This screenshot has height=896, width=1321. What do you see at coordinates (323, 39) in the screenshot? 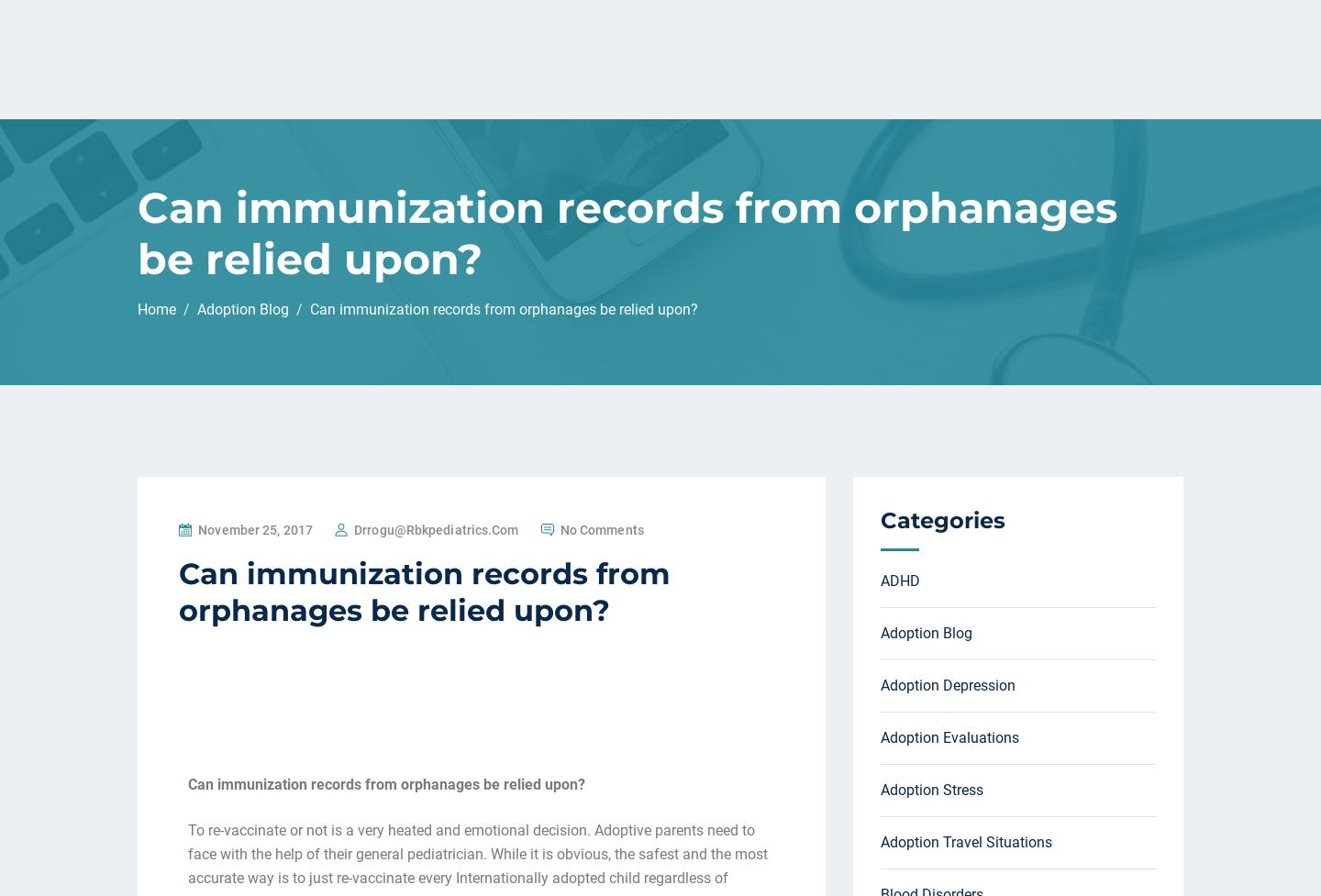
I see `'Home'` at bounding box center [323, 39].